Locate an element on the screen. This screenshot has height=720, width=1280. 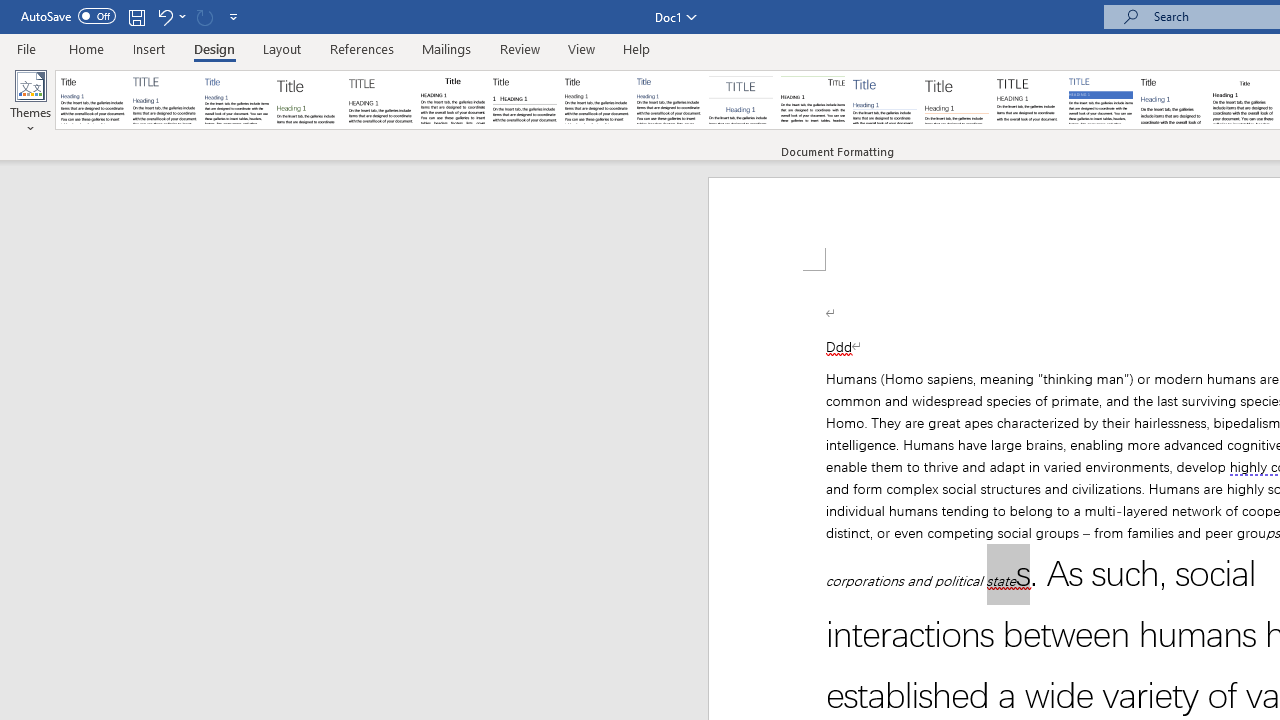
'Lines (Simple)' is located at coordinates (884, 100).